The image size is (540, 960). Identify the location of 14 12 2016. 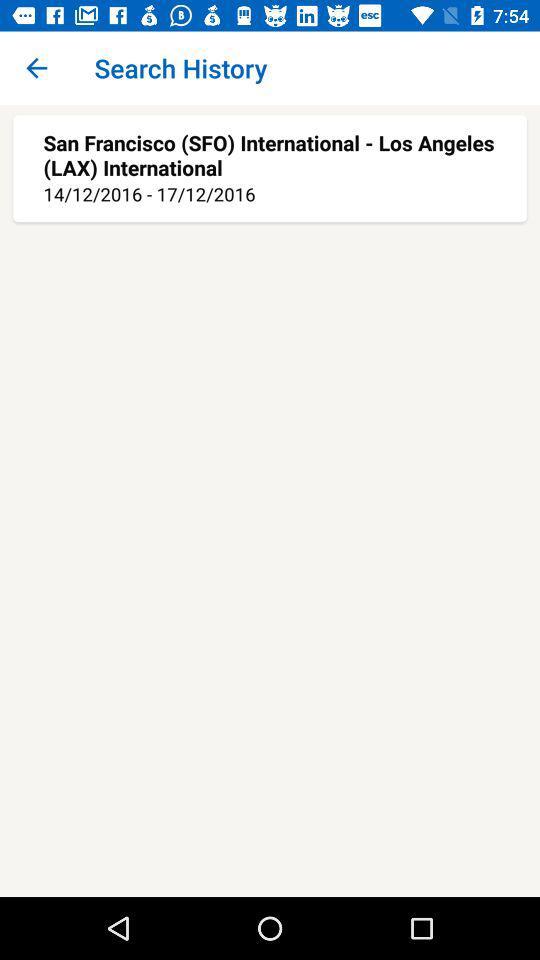
(270, 194).